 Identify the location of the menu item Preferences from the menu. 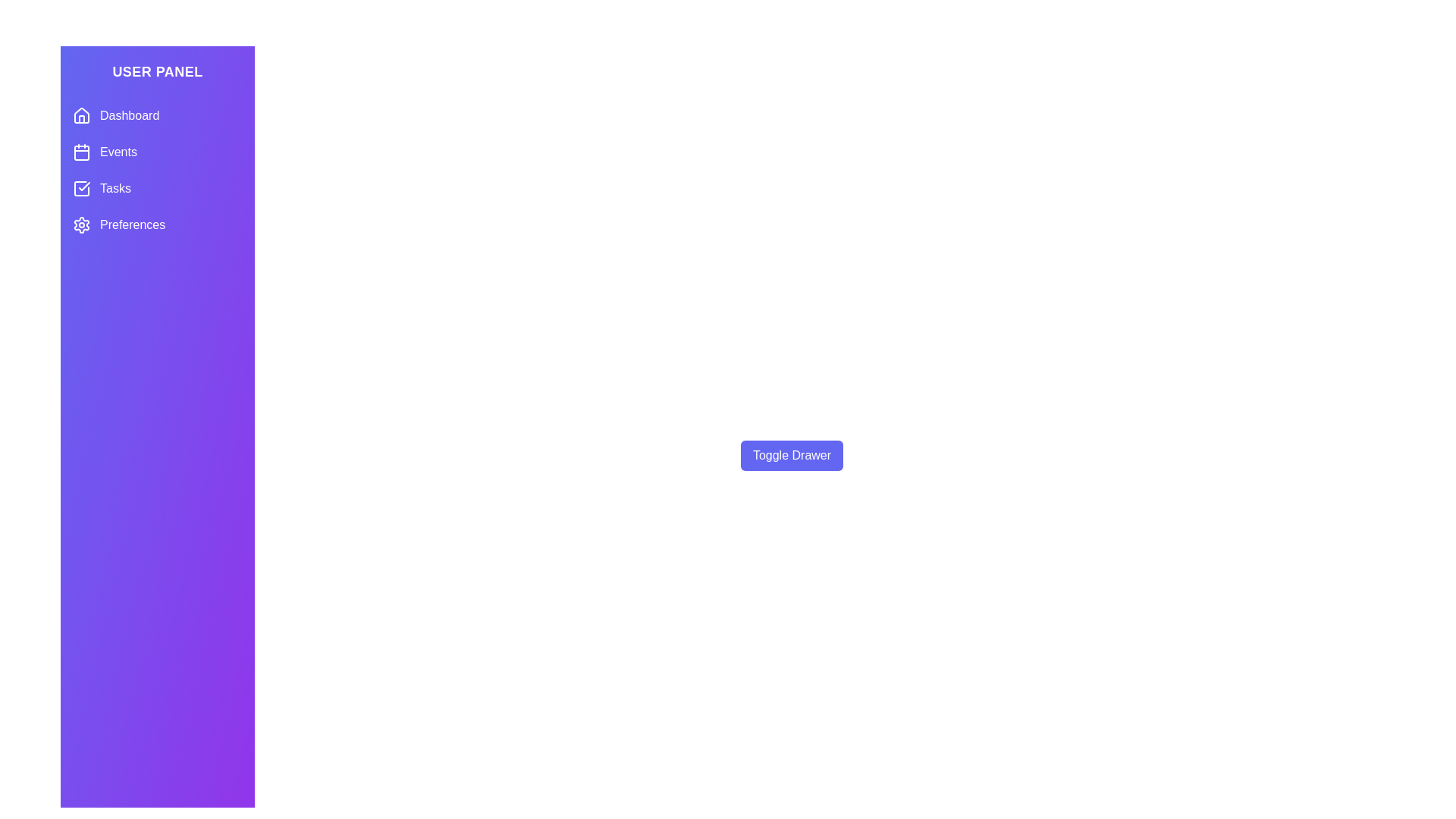
(157, 225).